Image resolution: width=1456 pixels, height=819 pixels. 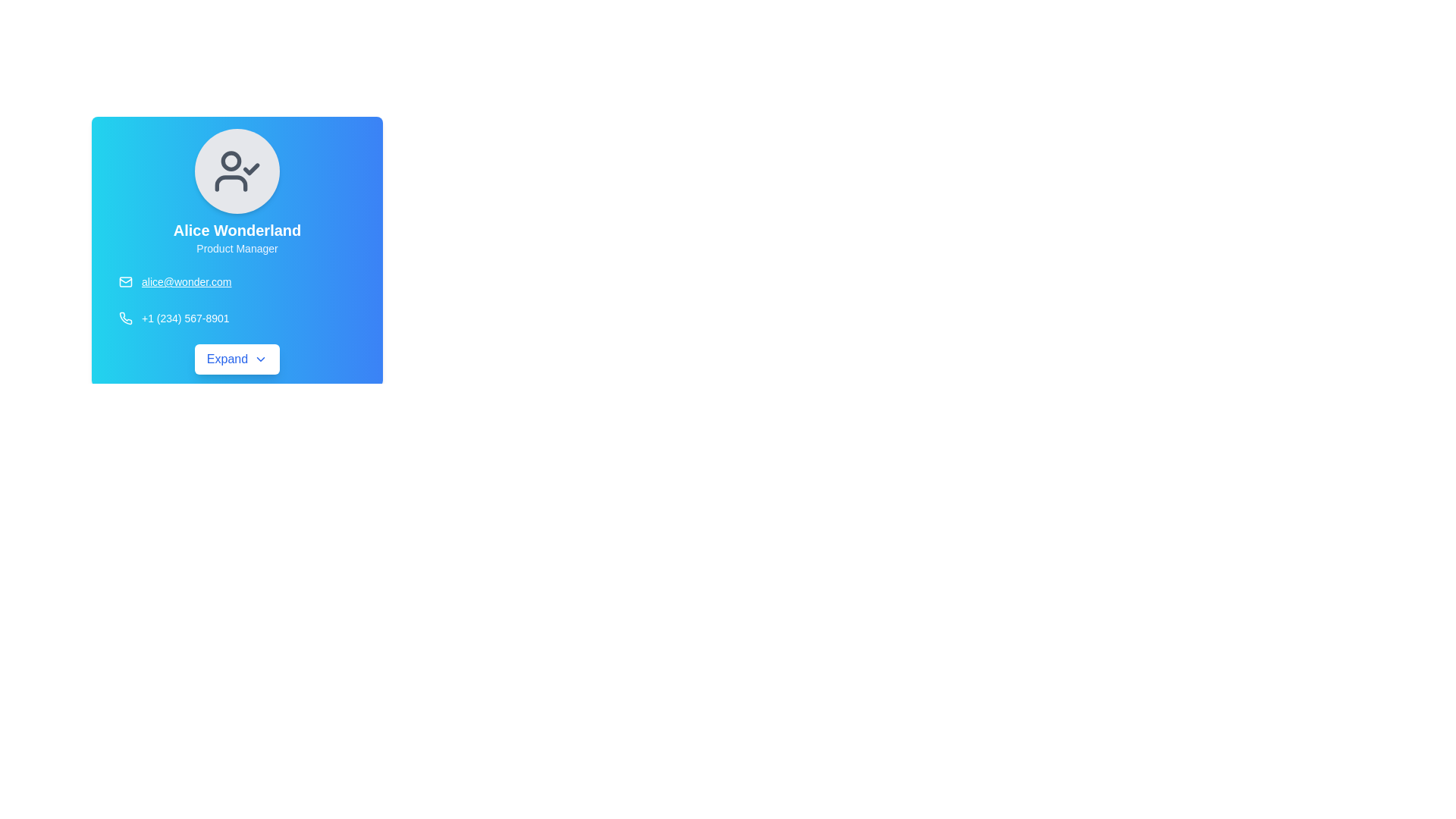 I want to click on the phone icon, which is depicted in minimalistic line art style with a white stroke on a blue background, located to the left of the phone number '+1 (234) 567-8901', so click(x=126, y=318).